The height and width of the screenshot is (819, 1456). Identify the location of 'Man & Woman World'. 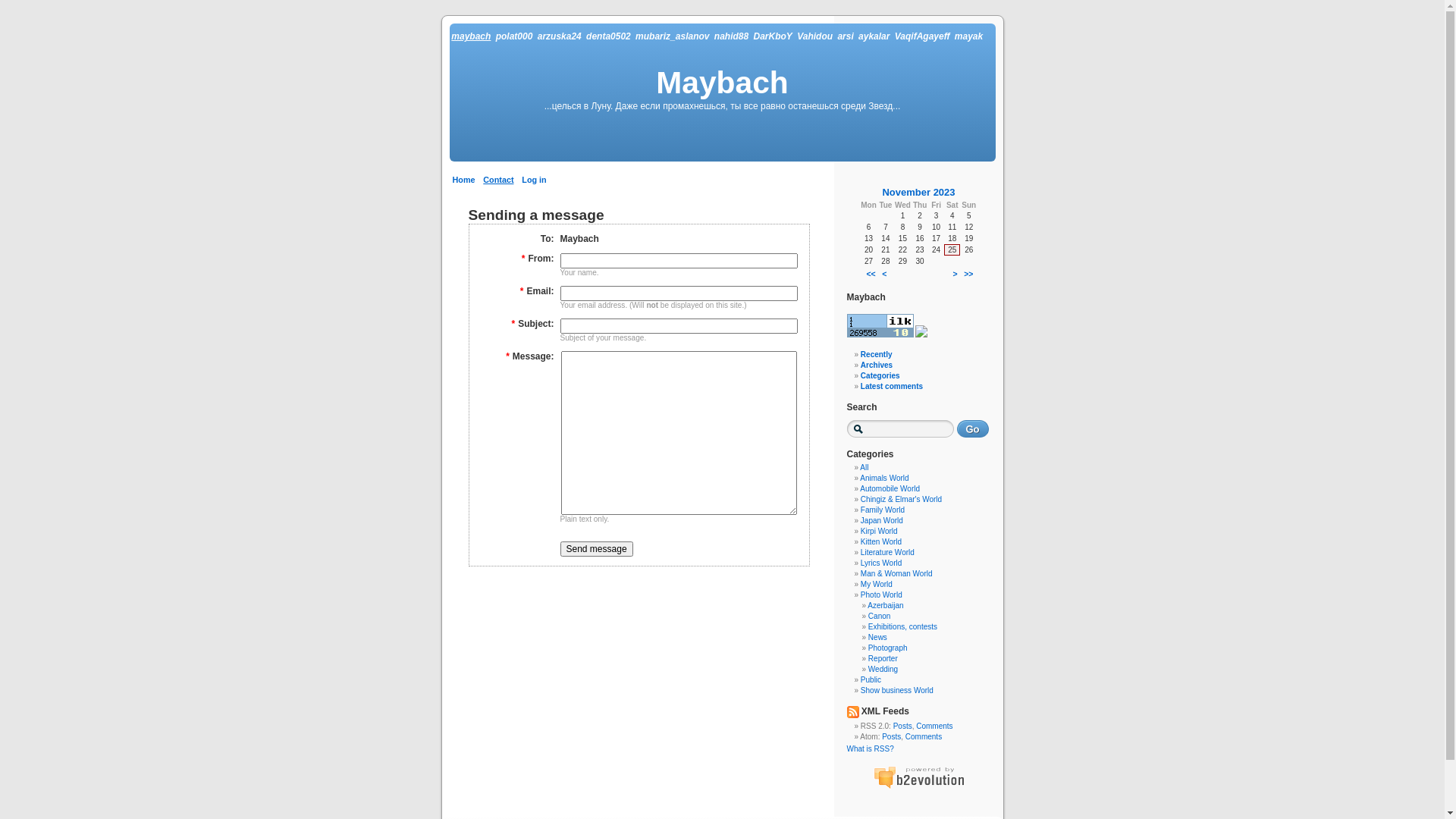
(896, 573).